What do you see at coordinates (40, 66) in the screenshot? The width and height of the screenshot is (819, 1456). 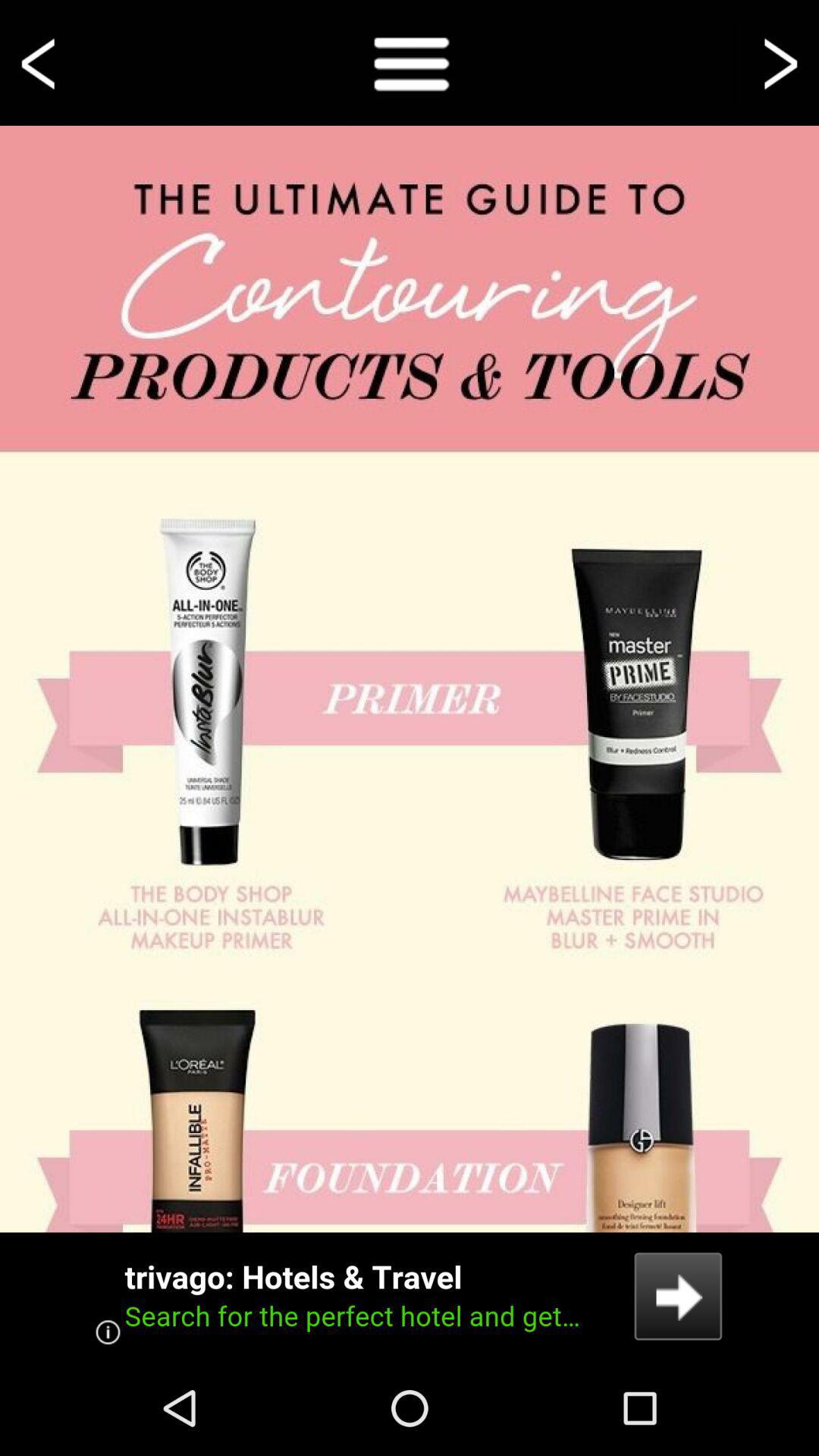 I see `the arrow_backward icon` at bounding box center [40, 66].